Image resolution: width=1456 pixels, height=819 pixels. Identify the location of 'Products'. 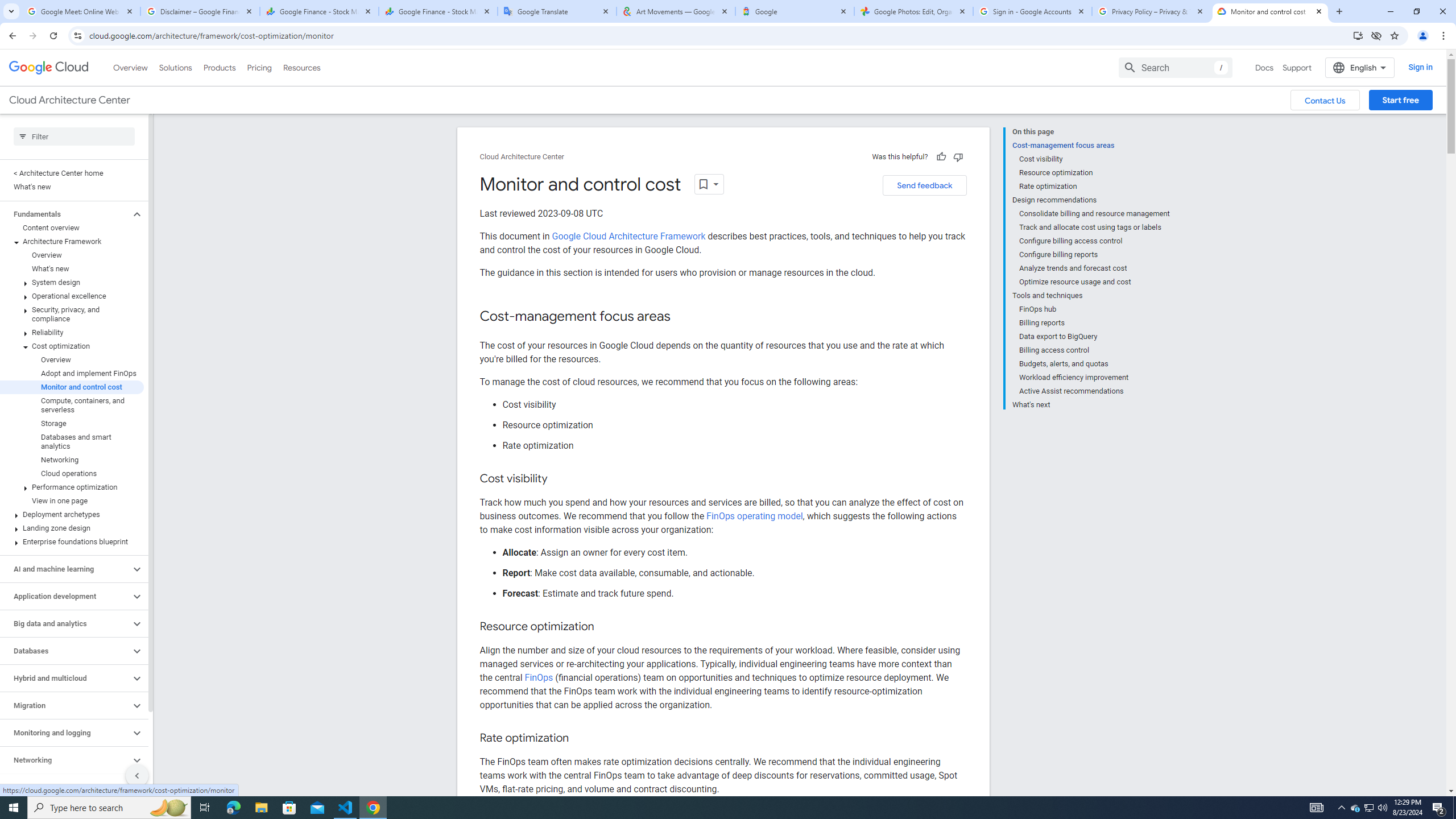
(218, 67).